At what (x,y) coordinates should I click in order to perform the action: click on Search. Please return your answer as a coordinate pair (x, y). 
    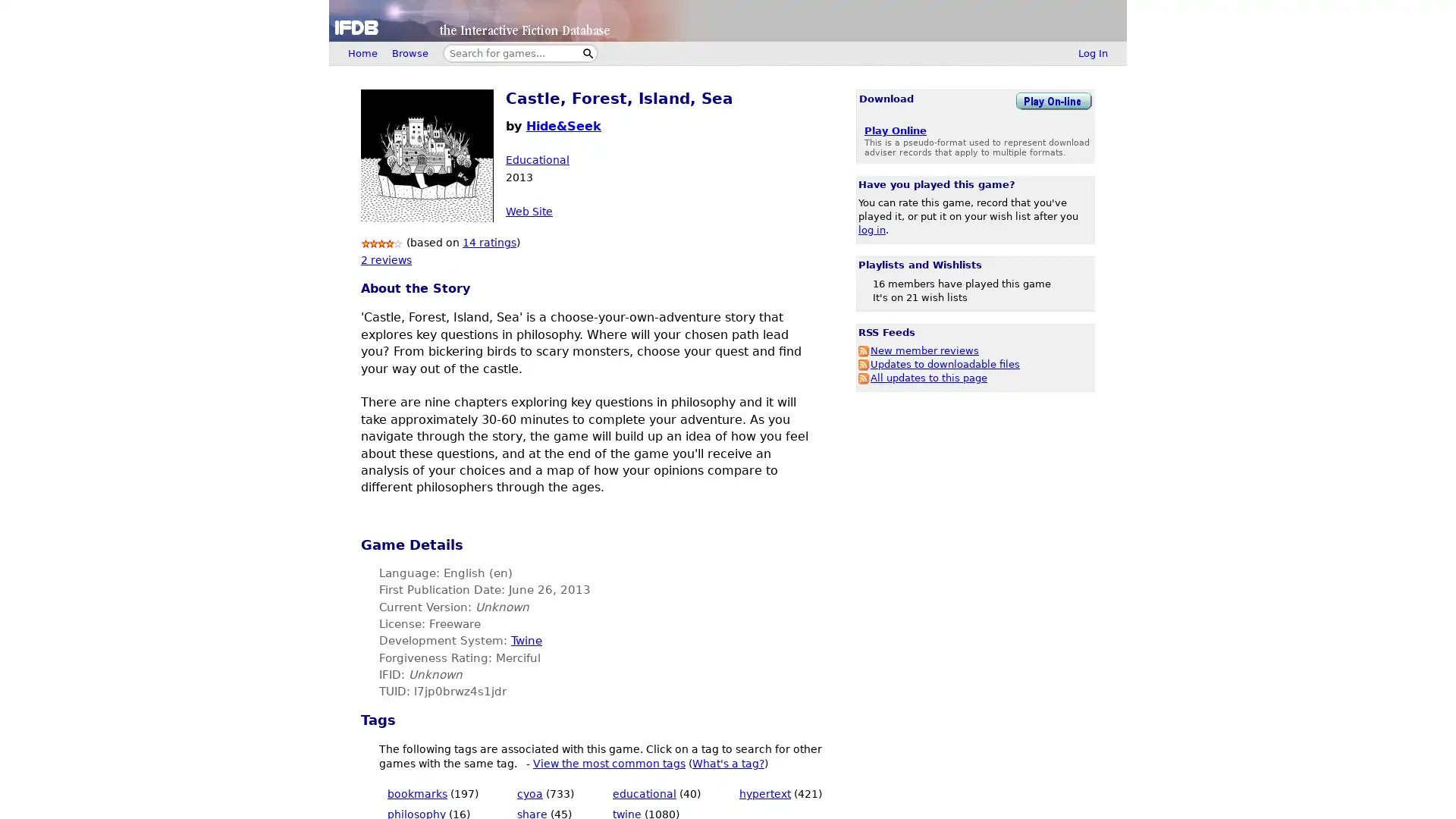
    Looking at the image, I should click on (587, 52).